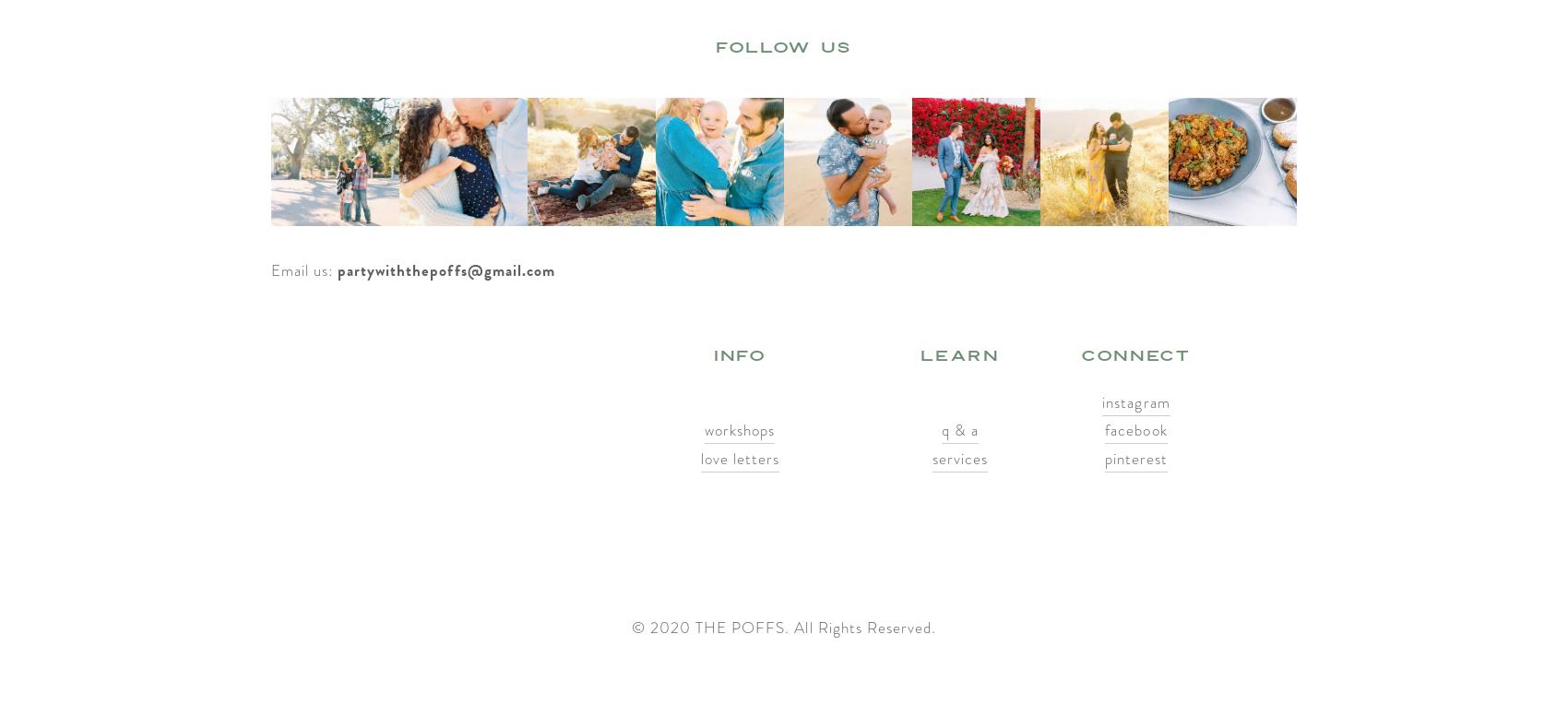  I want to click on 'partywiththepoffs@gmail.com', so click(445, 269).